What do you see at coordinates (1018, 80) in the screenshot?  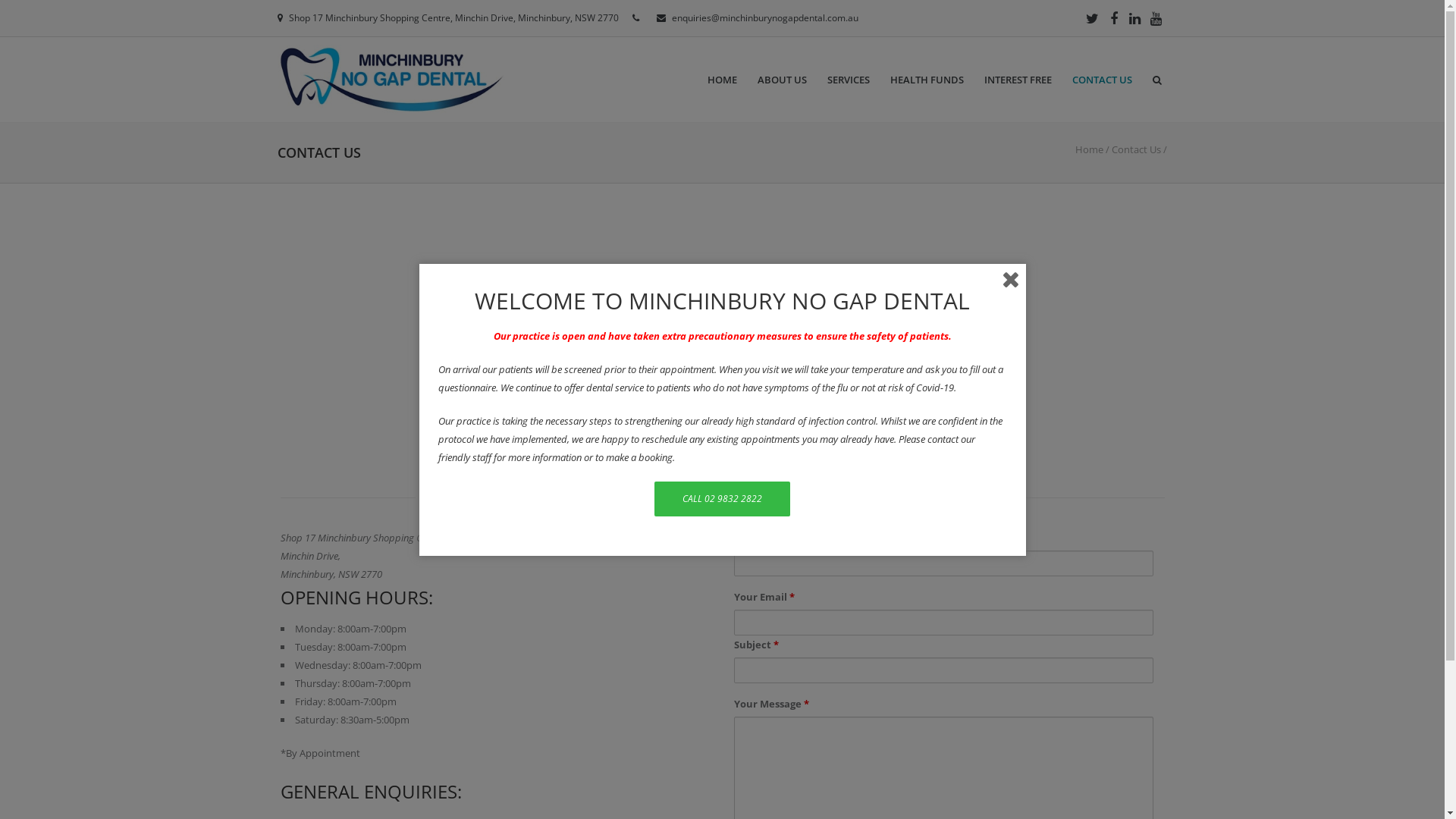 I see `'INTEREST FREE'` at bounding box center [1018, 80].